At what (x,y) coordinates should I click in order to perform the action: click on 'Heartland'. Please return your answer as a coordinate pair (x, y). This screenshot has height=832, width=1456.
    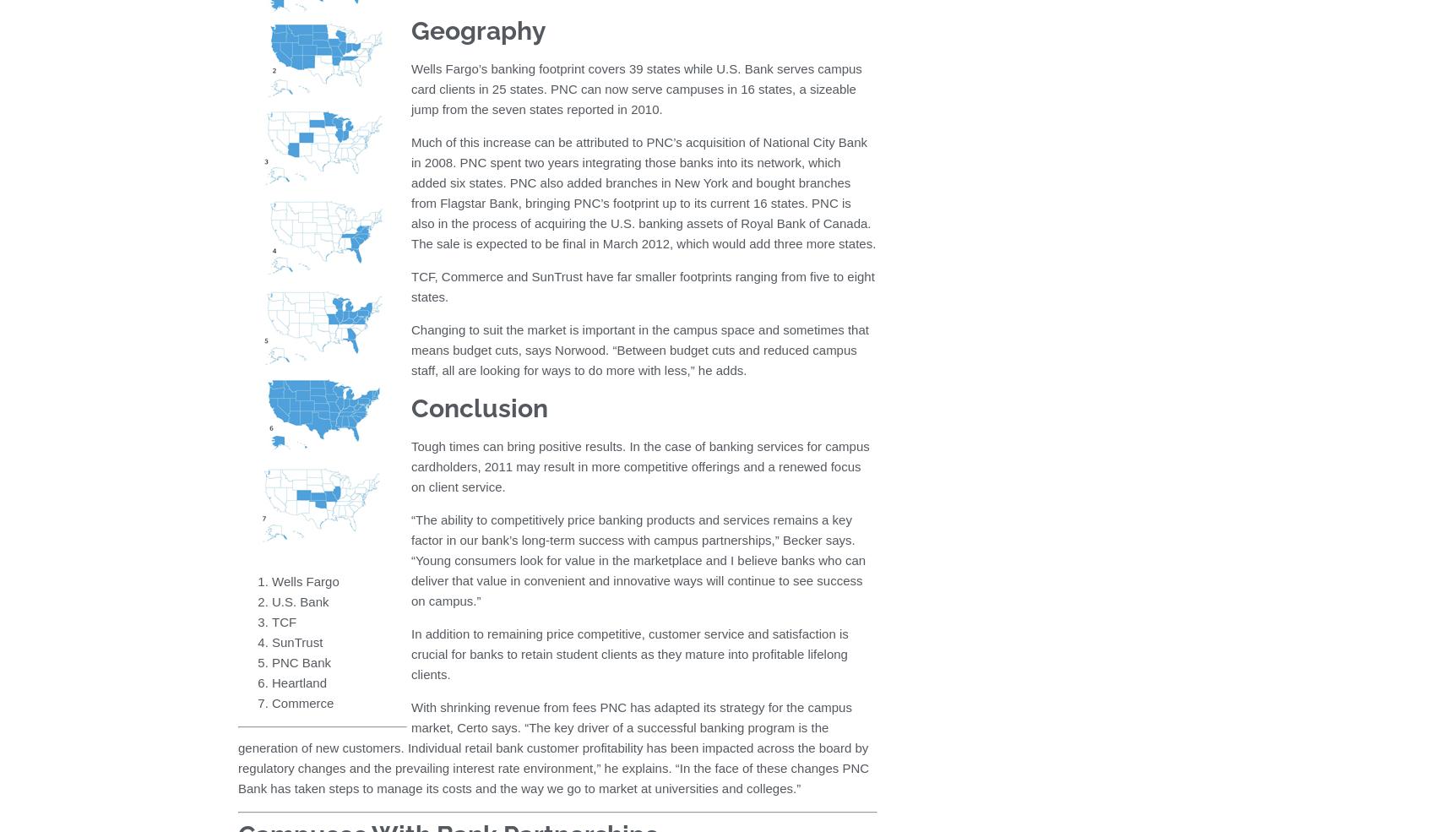
    Looking at the image, I should click on (299, 681).